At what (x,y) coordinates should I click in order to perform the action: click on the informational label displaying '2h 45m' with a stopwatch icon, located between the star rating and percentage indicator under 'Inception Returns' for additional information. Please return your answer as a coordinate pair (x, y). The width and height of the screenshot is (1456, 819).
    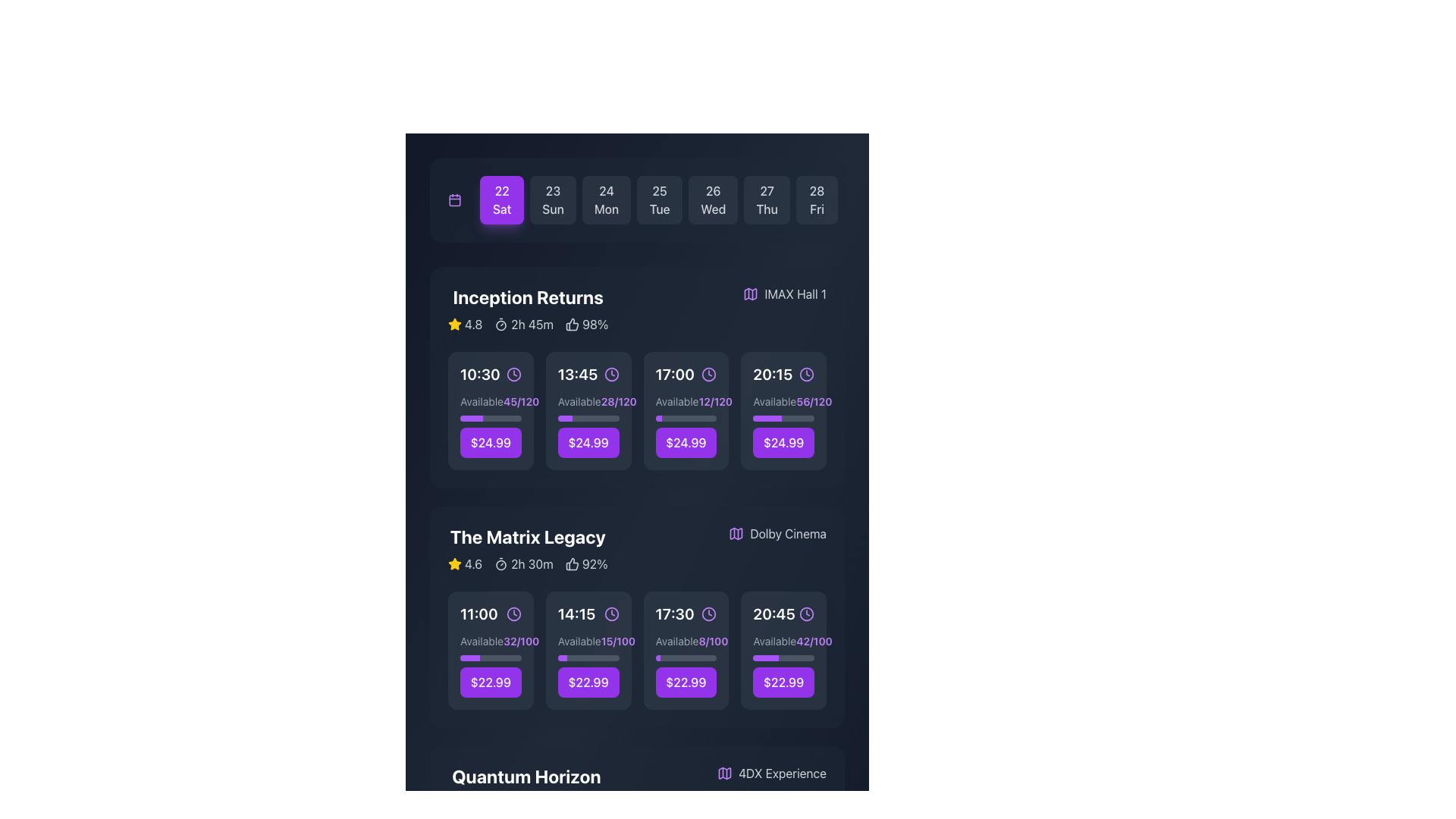
    Looking at the image, I should click on (524, 324).